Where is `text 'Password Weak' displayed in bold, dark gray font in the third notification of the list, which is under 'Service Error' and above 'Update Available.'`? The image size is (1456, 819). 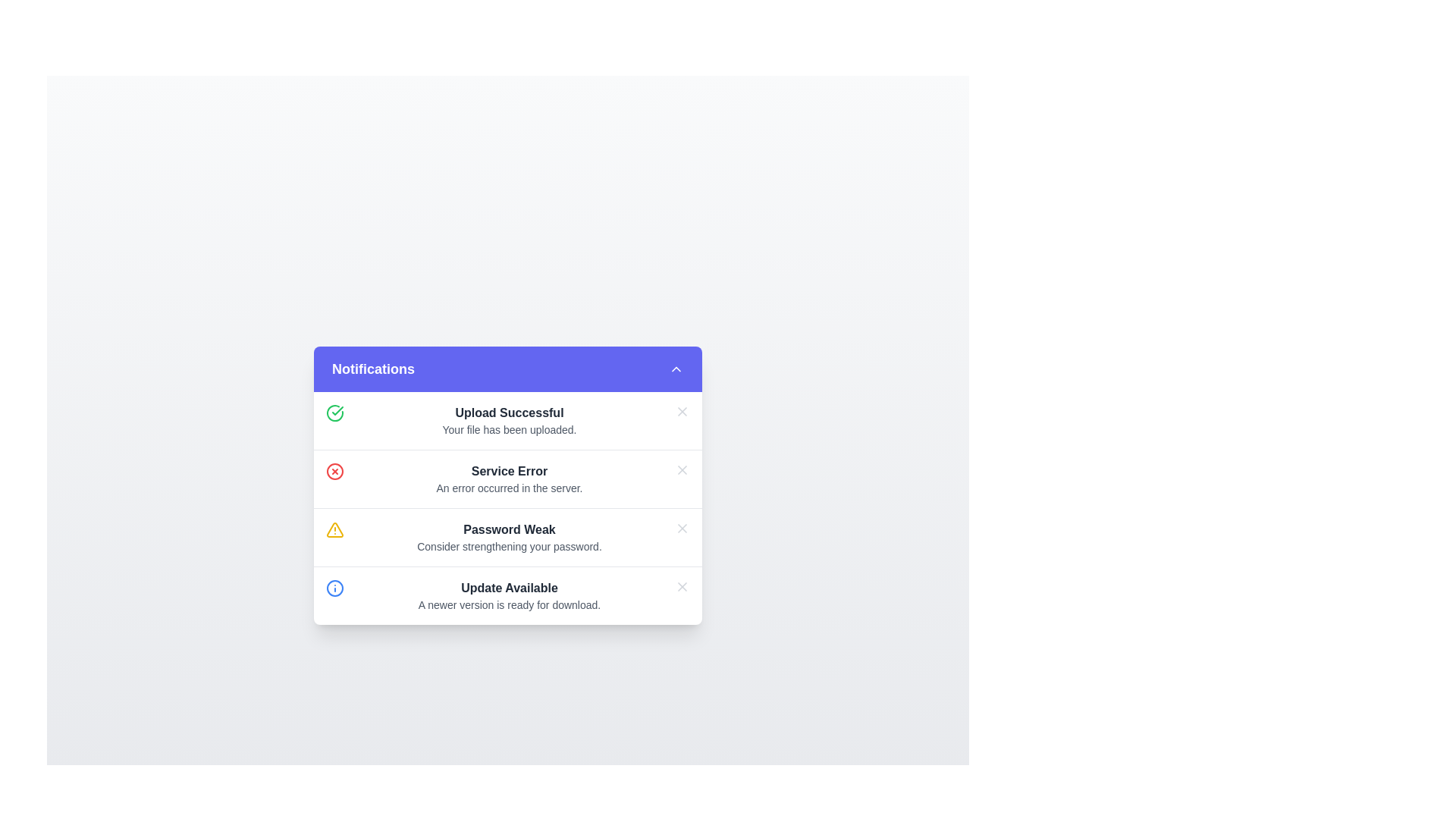
text 'Password Weak' displayed in bold, dark gray font in the third notification of the list, which is under 'Service Error' and above 'Update Available.' is located at coordinates (510, 529).